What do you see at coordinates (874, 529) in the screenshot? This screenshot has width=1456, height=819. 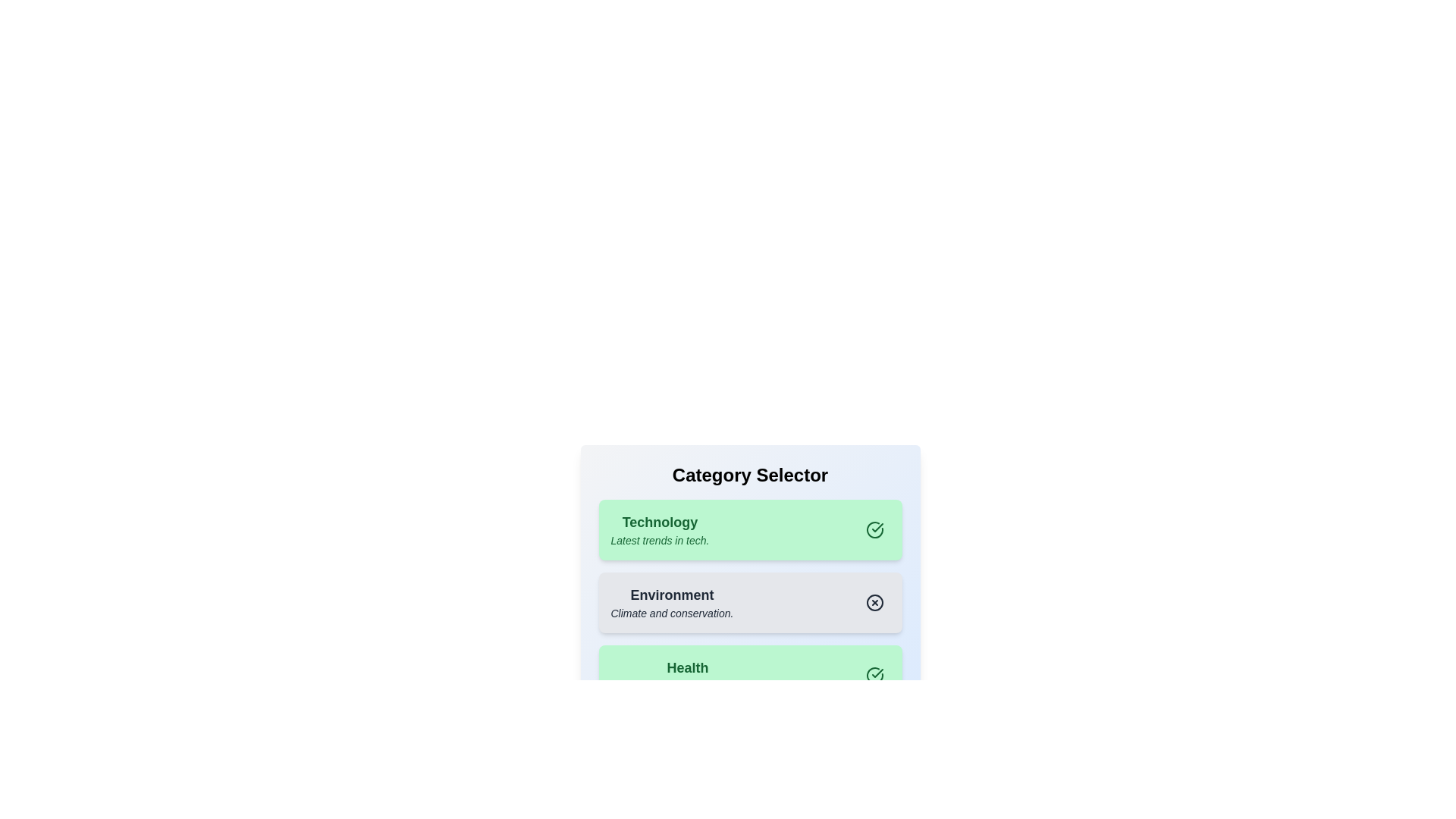 I see `the toggle button for the category Technology to toggle its active state` at bounding box center [874, 529].